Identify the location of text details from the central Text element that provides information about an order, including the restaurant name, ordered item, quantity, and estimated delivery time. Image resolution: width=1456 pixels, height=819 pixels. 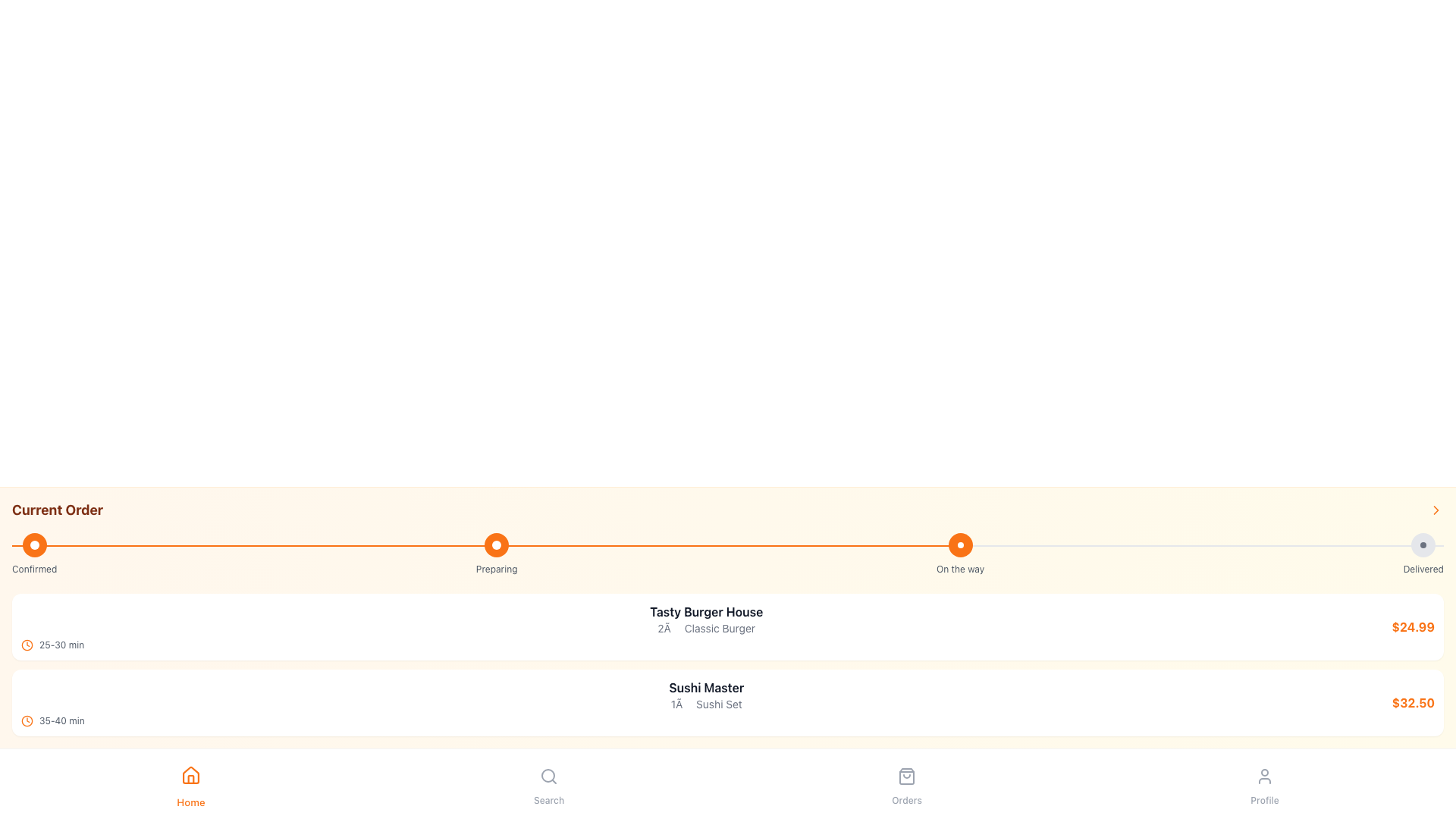
(705, 626).